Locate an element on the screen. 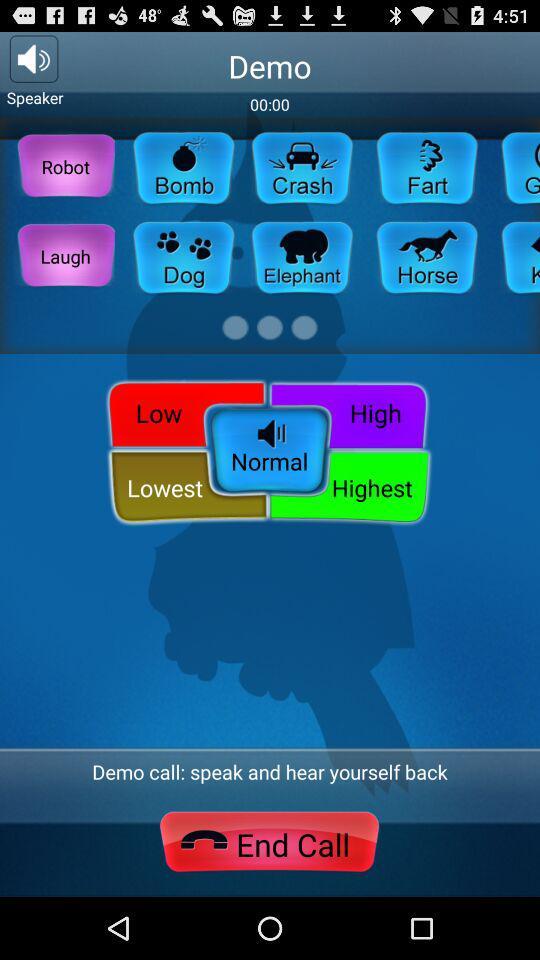 The width and height of the screenshot is (540, 960). icon above the demo call speak app is located at coordinates (269, 452).